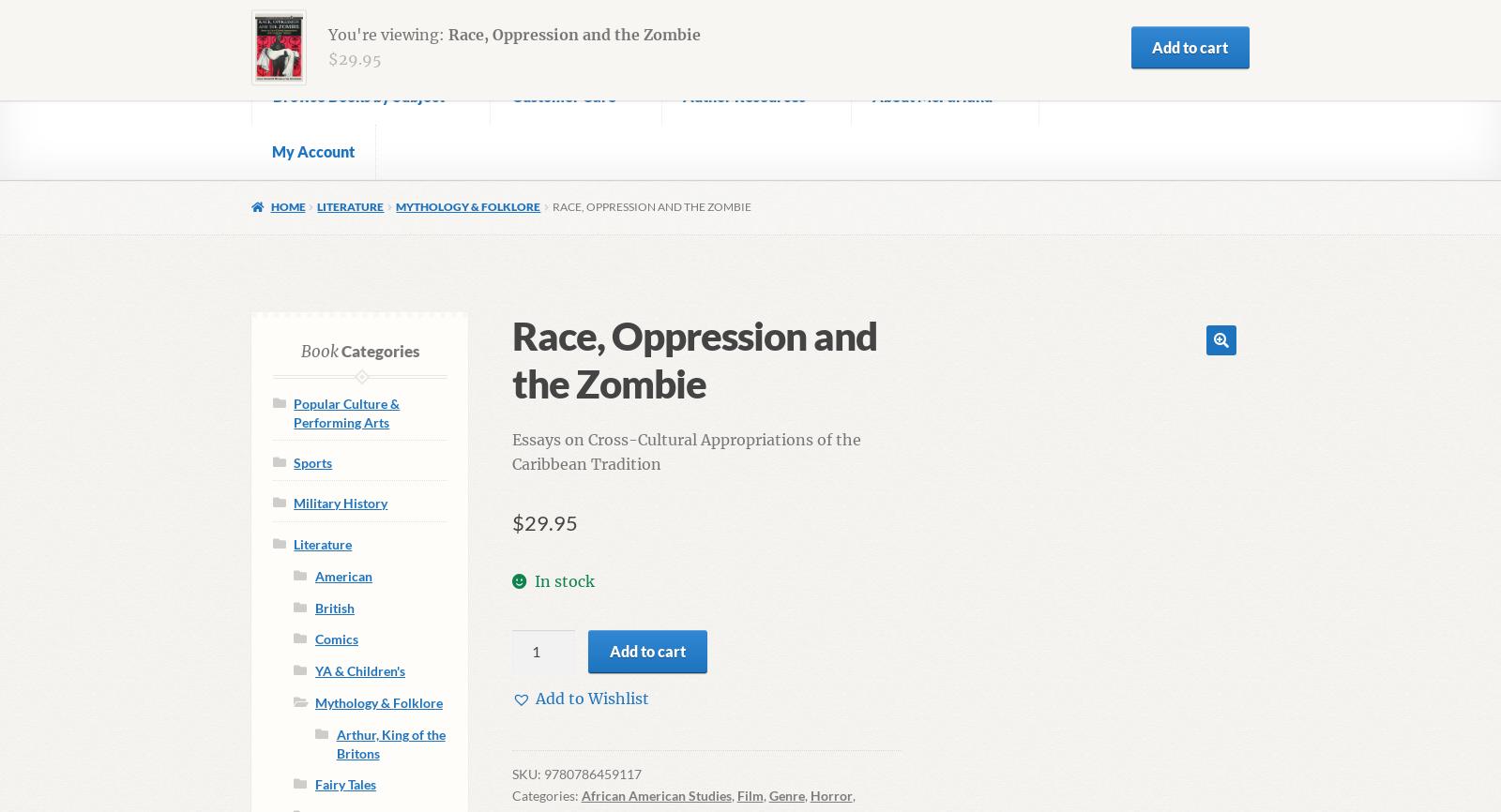  I want to click on 'Fairy Tales', so click(344, 783).